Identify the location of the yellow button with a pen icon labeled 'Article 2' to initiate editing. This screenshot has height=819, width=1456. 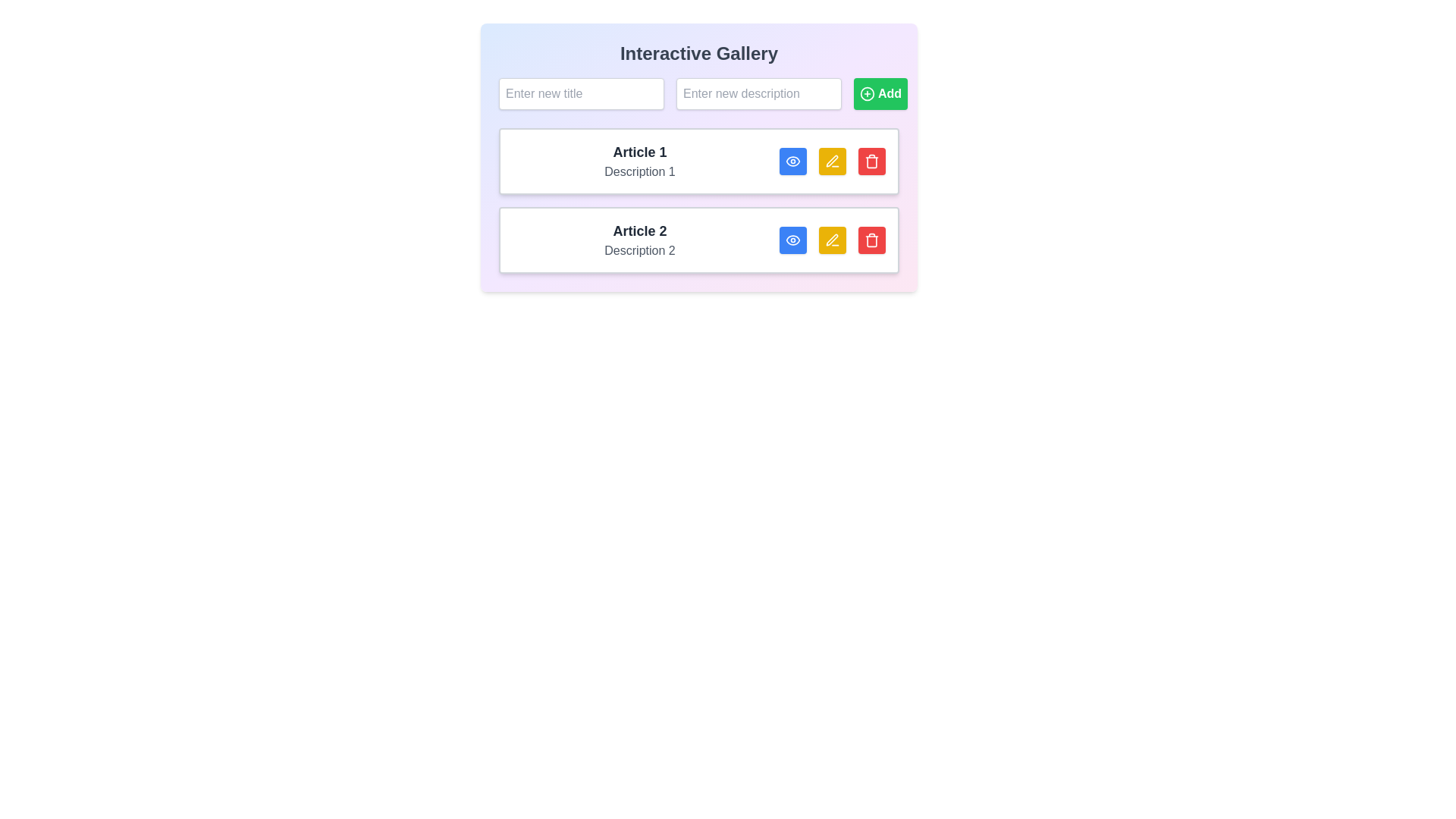
(832, 239).